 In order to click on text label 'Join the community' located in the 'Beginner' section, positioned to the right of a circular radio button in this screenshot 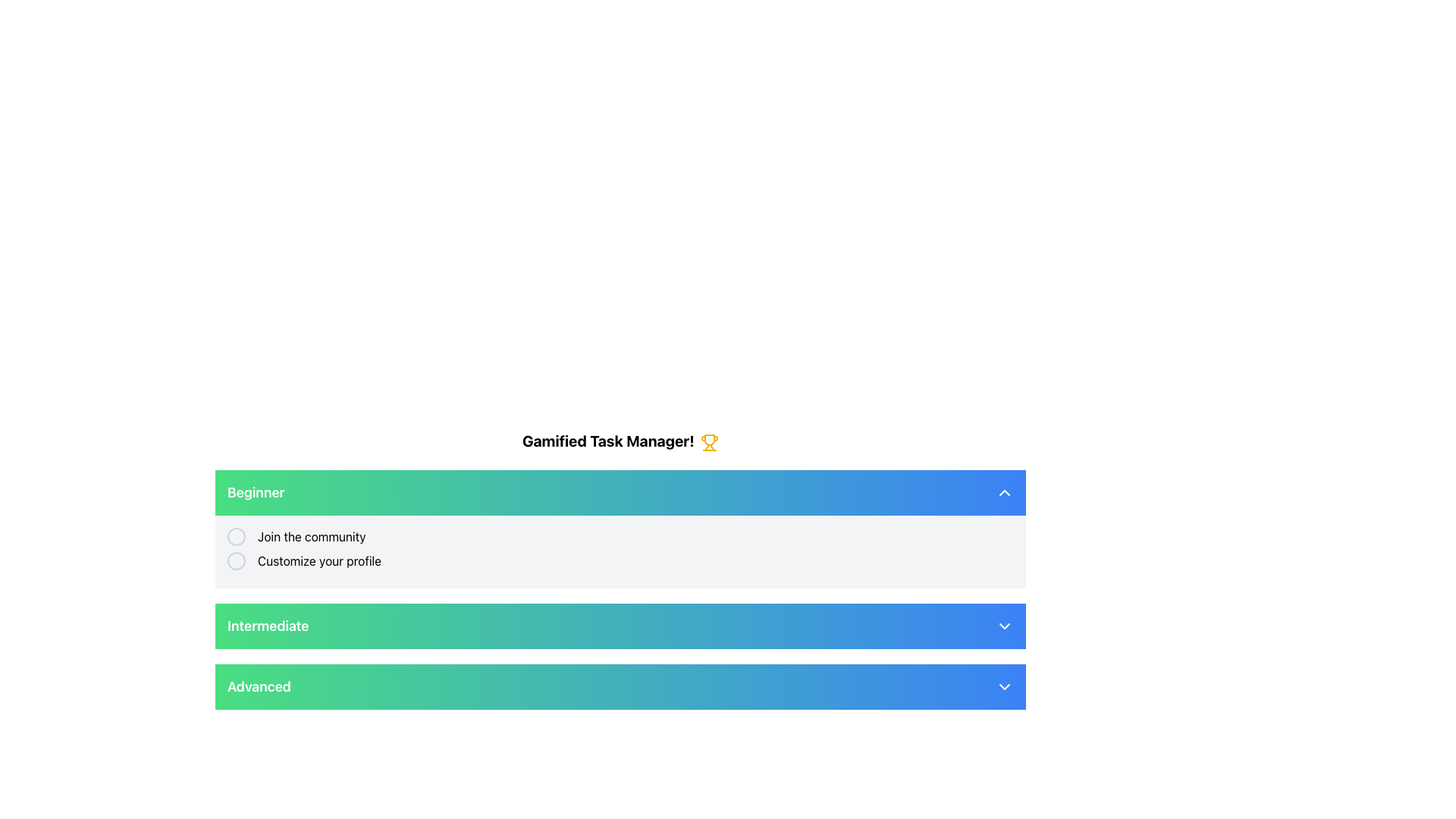, I will do `click(311, 536)`.